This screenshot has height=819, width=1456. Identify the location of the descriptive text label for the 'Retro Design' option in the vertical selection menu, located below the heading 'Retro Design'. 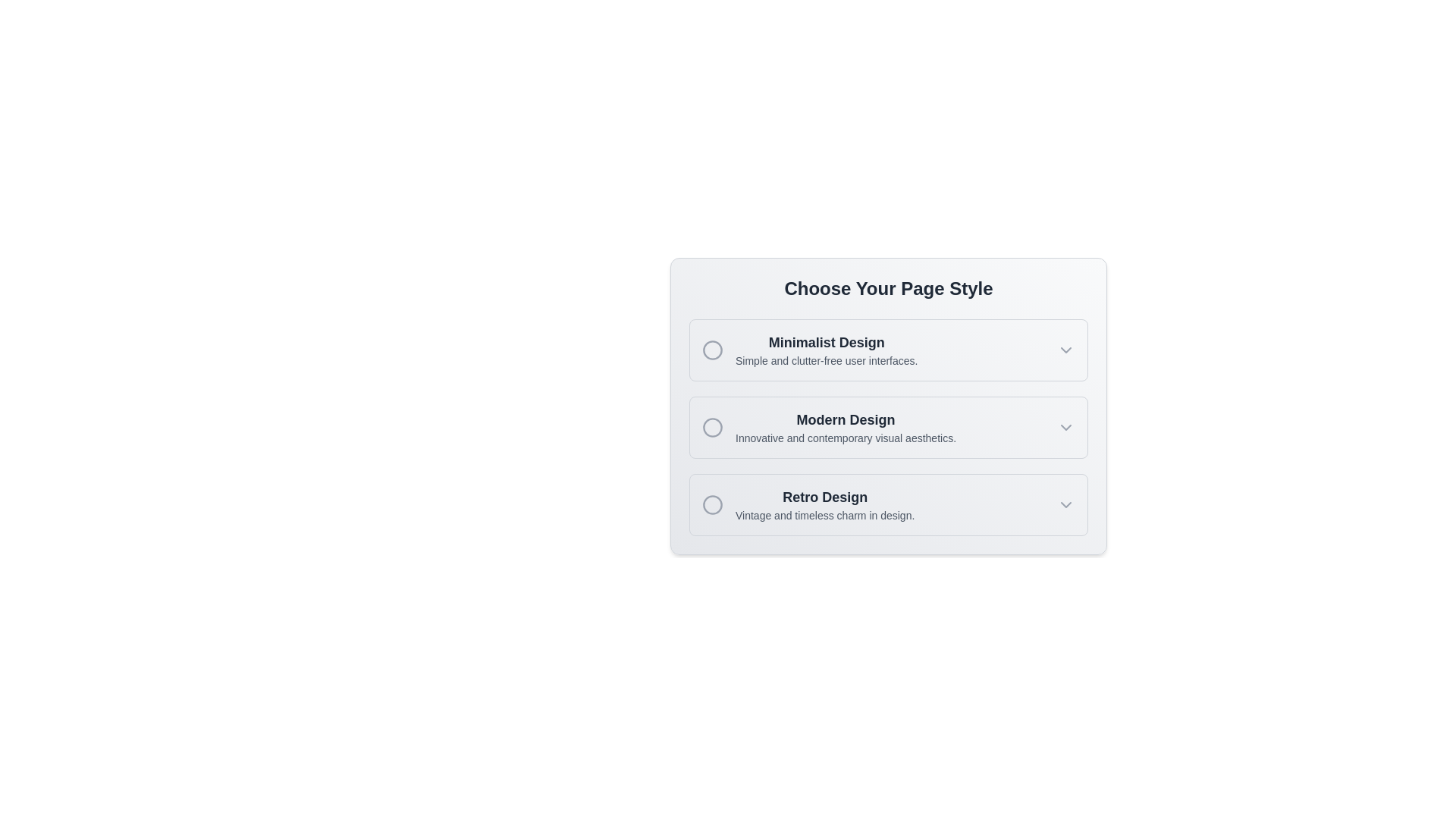
(824, 514).